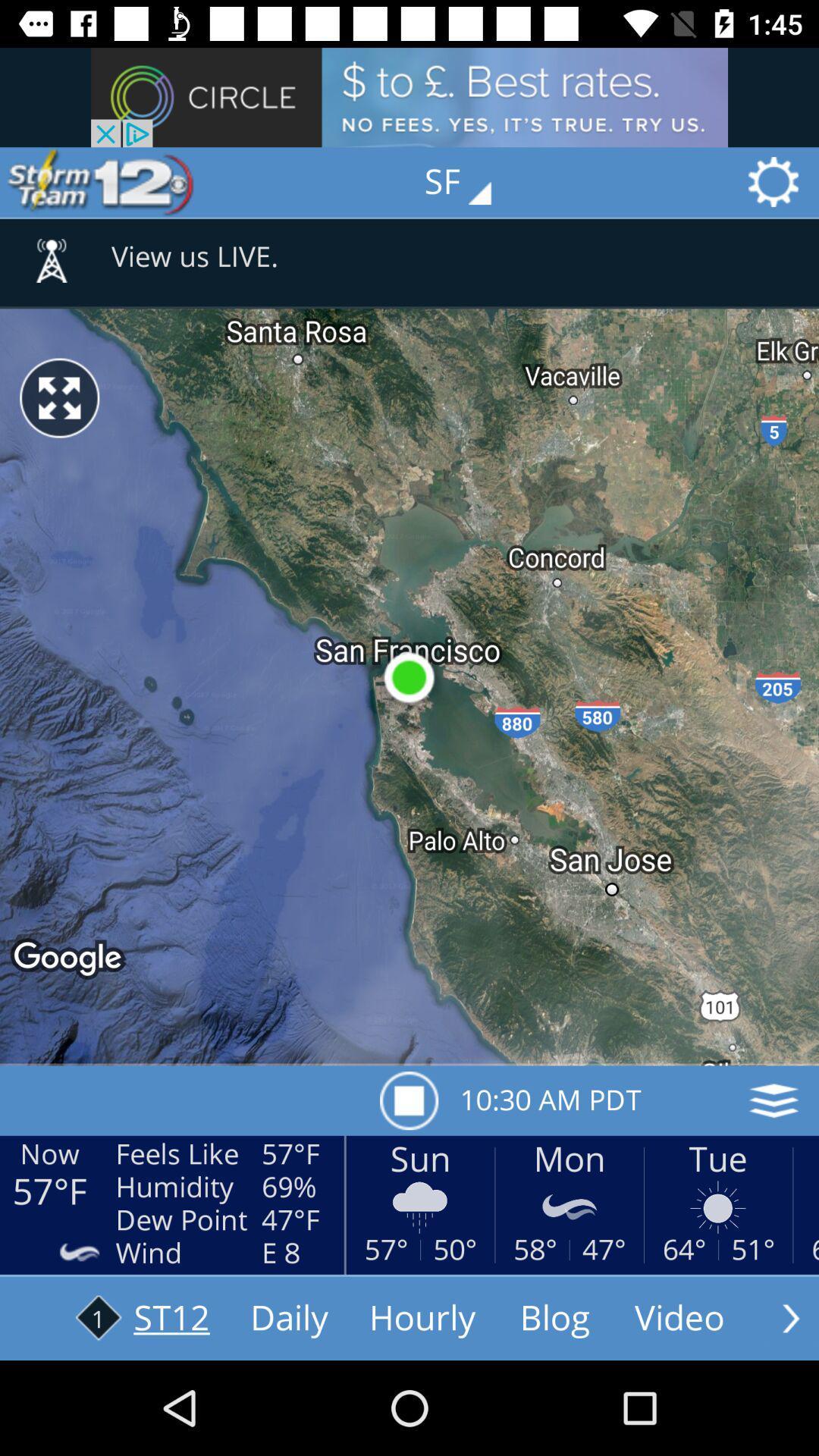 Image resolution: width=819 pixels, height=1456 pixels. What do you see at coordinates (555, 1317) in the screenshot?
I see `the text which is right to the text hourly` at bounding box center [555, 1317].